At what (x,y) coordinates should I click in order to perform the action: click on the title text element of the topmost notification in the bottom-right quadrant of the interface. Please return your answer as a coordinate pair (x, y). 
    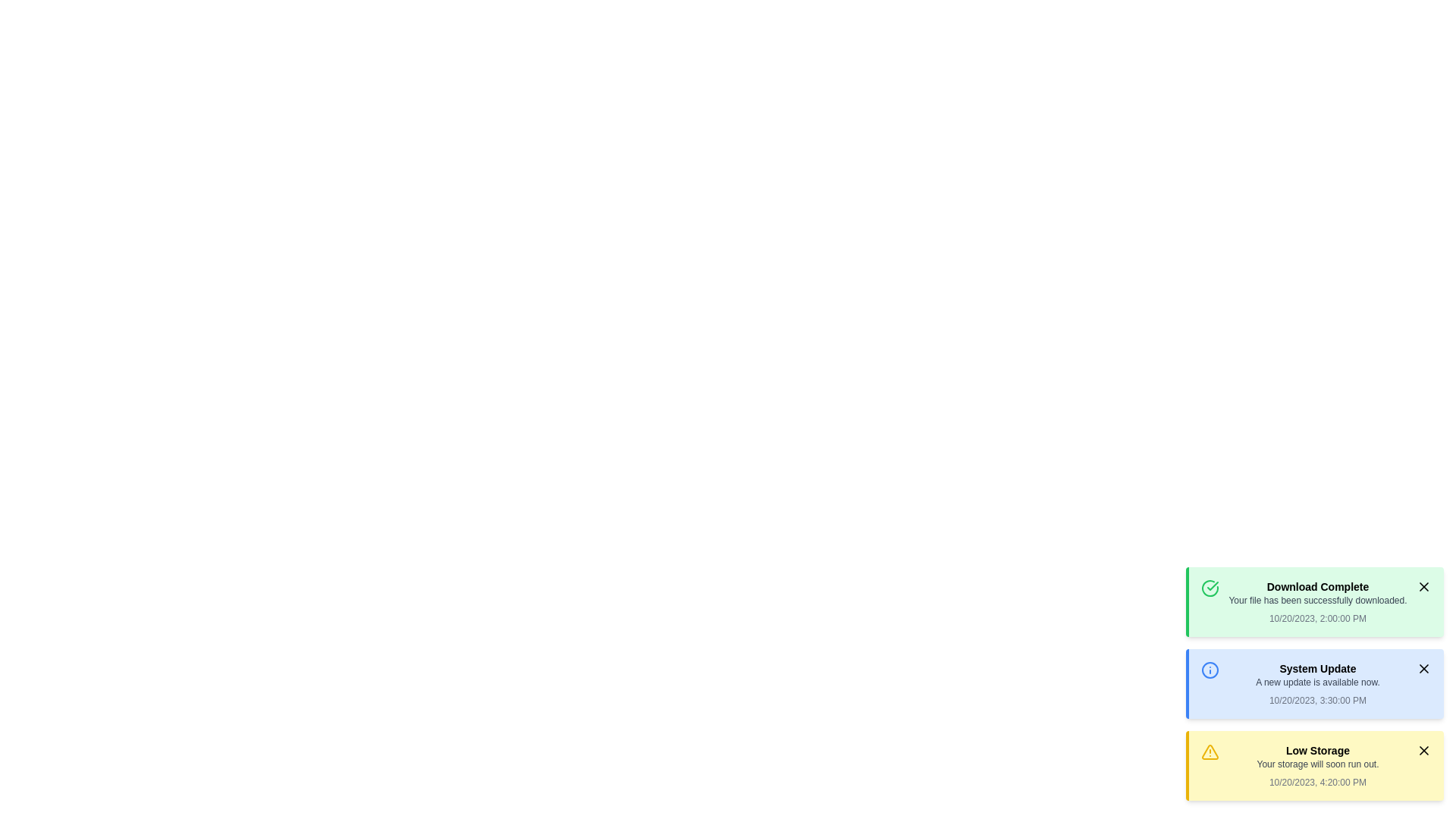
    Looking at the image, I should click on (1316, 586).